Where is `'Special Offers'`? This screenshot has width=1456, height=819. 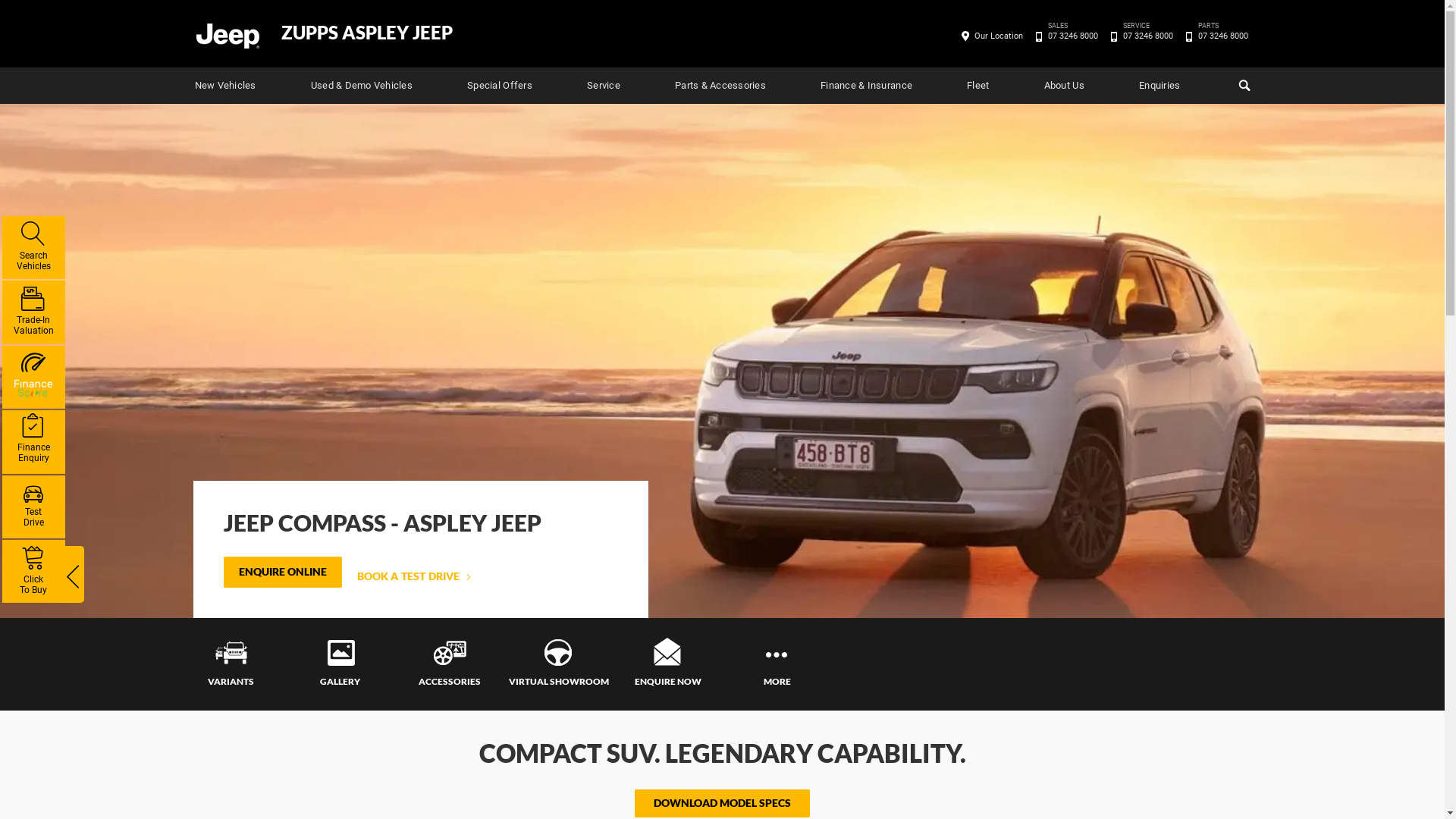 'Special Offers' is located at coordinates (499, 85).